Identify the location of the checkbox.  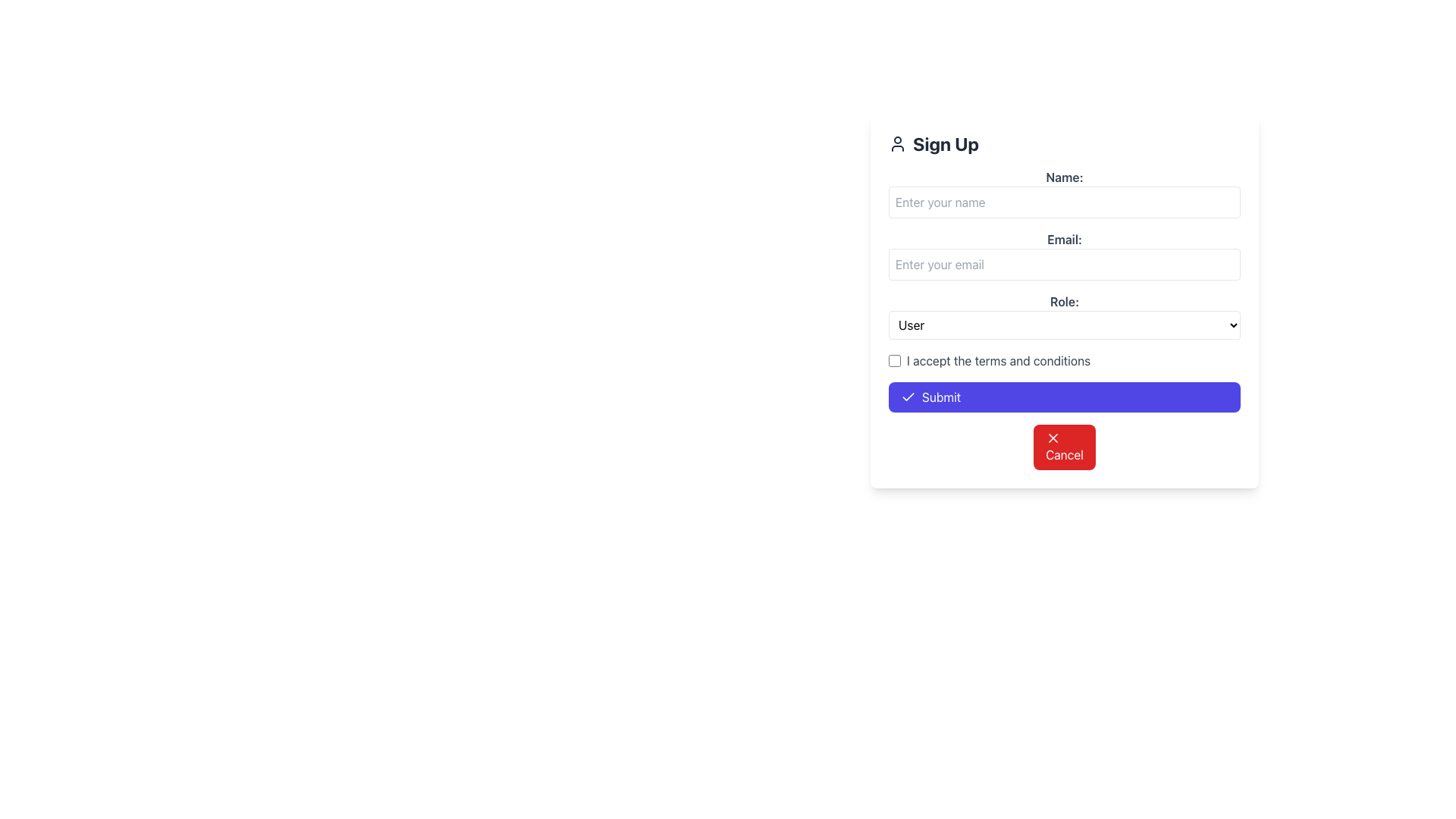
(895, 360).